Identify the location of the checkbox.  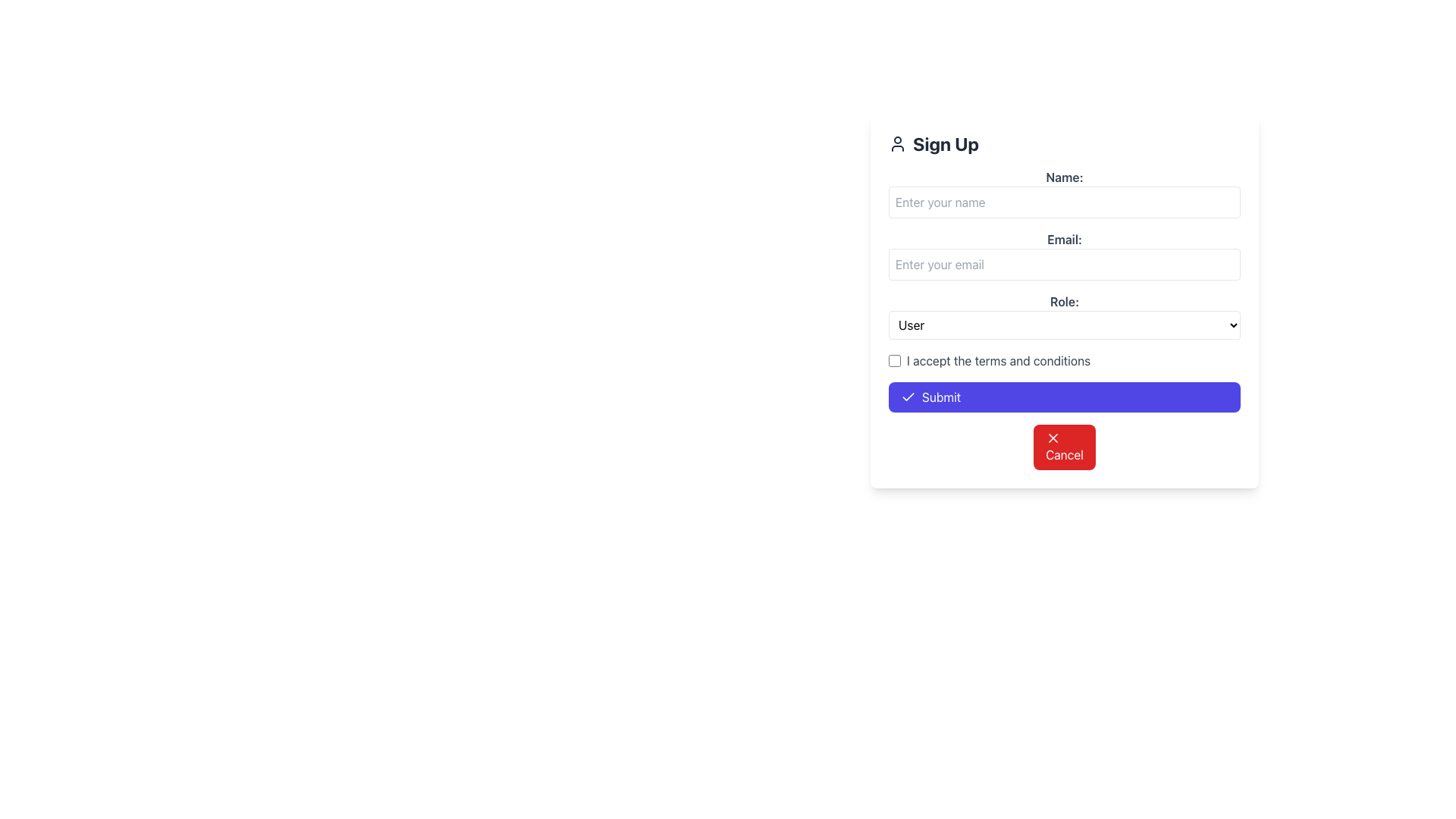
(895, 360).